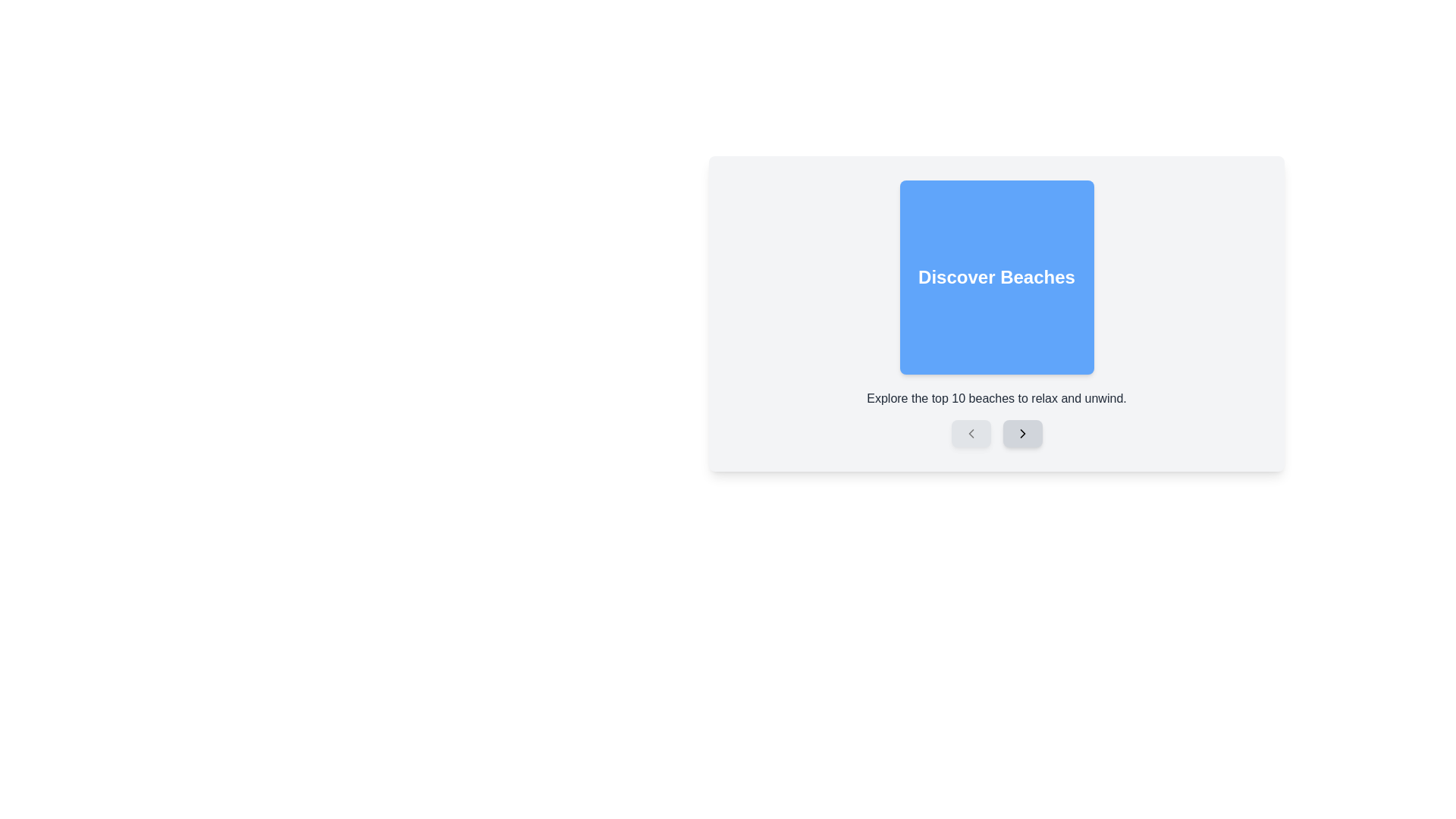 The image size is (1456, 819). Describe the element at coordinates (971, 433) in the screenshot. I see `the leftward arrow icon indicating a 'previous' or 'back' action, styled with thin, rounded lines, located at the bottom-left of the central card` at that location.